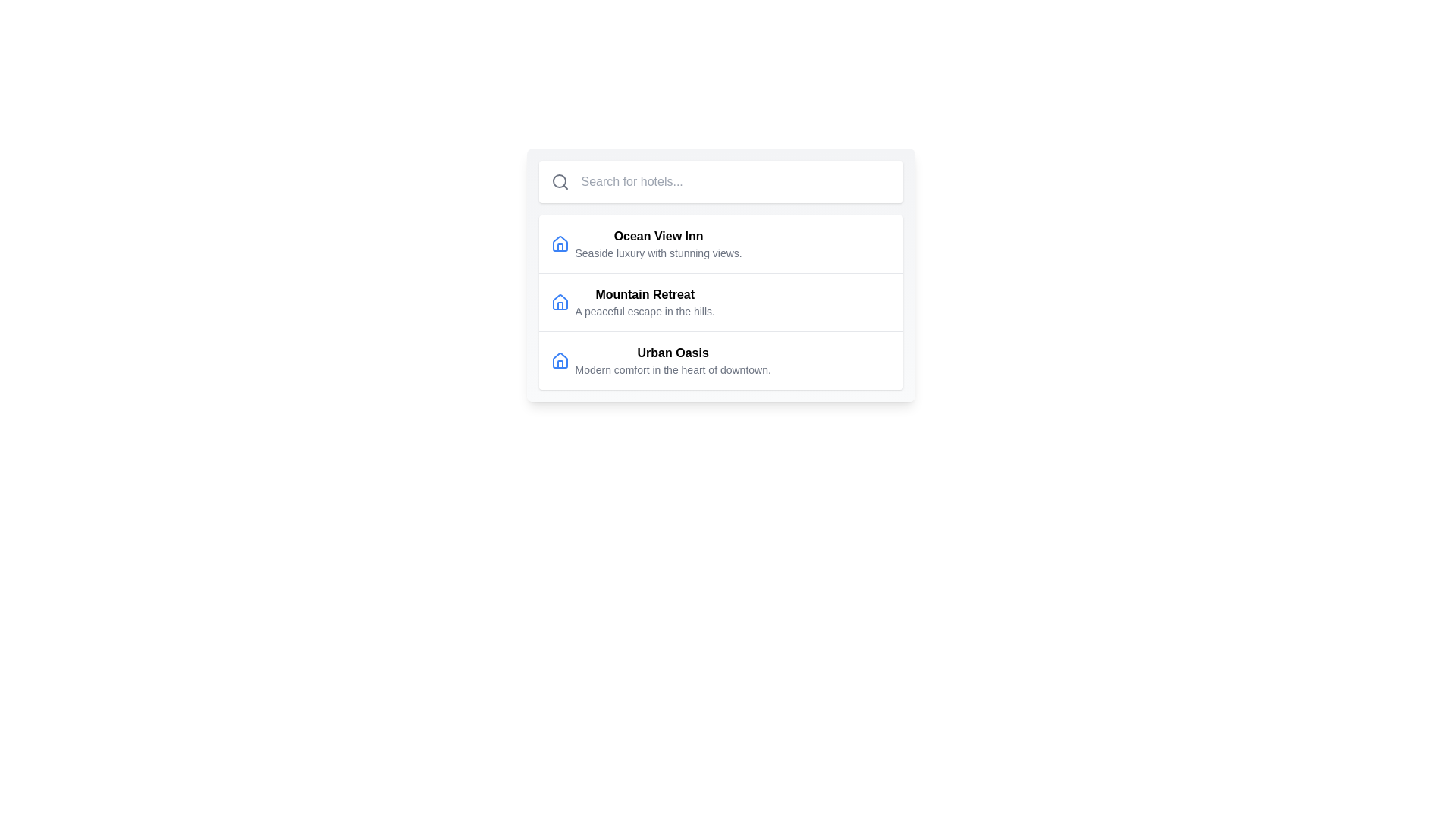 This screenshot has height=819, width=1456. What do you see at coordinates (645, 311) in the screenshot?
I see `the static text reading 'A peaceful escape in the hills.' which is styled in a small font size and light gray color, located directly beneath the title text 'Mountain Retreat'` at bounding box center [645, 311].